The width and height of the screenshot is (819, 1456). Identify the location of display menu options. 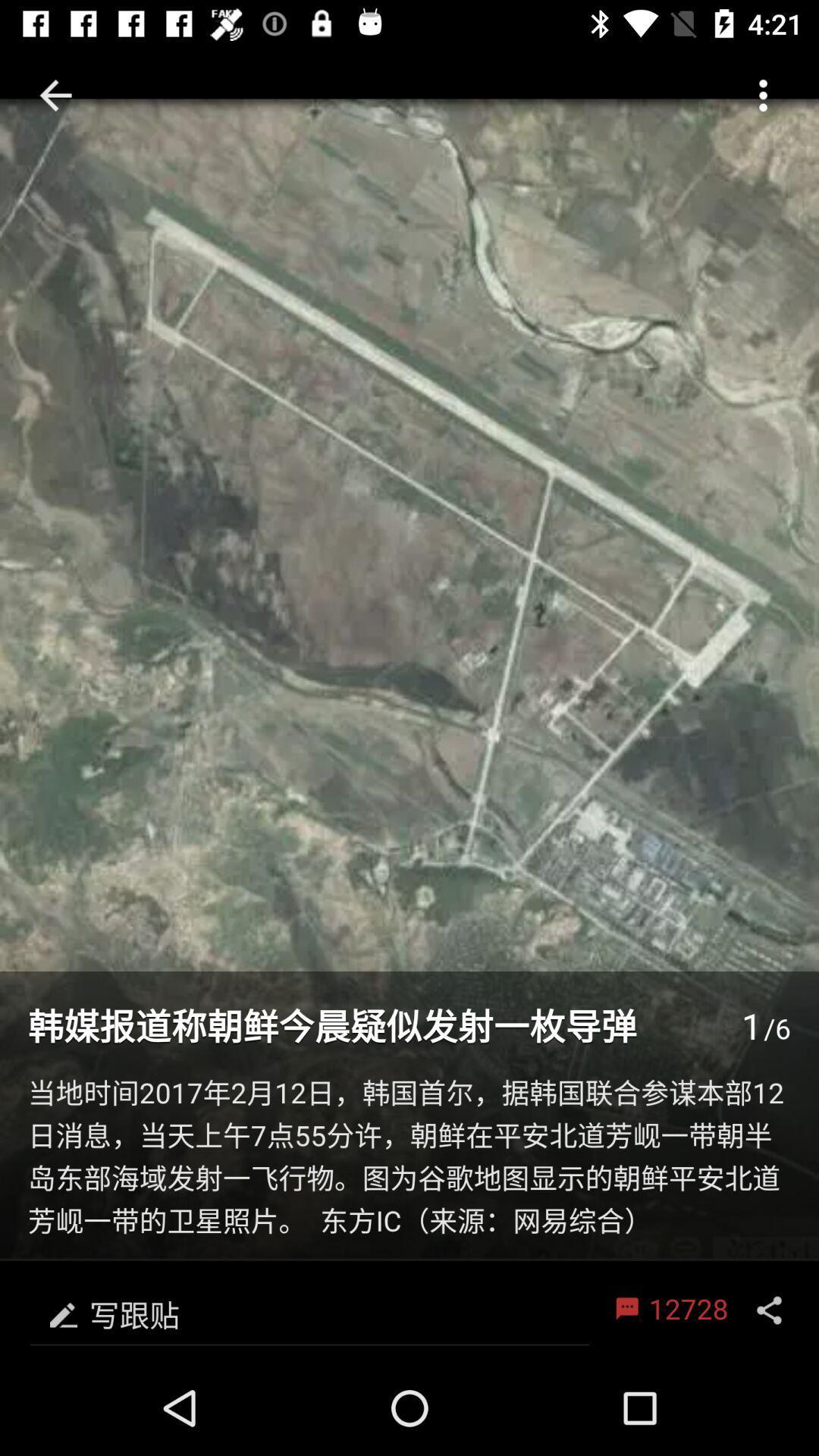
(769, 1310).